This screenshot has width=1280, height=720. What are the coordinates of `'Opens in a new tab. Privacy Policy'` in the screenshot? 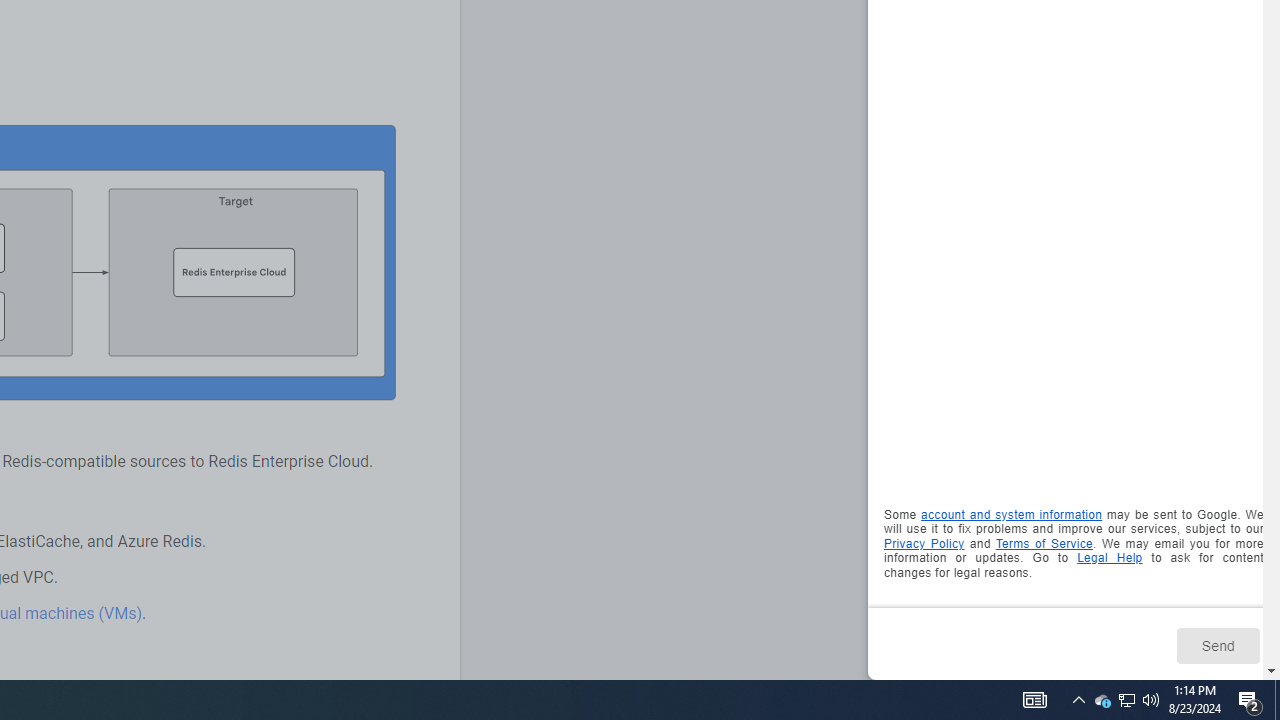 It's located at (923, 543).